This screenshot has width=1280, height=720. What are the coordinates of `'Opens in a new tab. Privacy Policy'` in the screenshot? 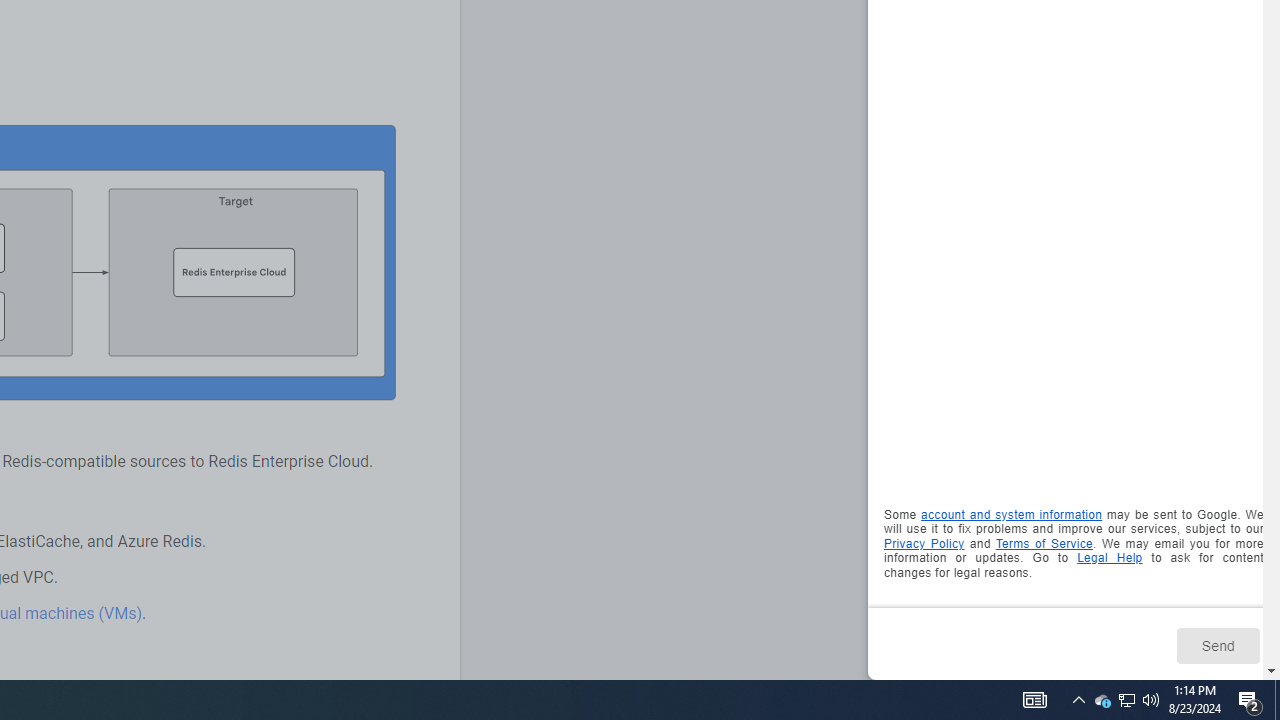 It's located at (923, 543).